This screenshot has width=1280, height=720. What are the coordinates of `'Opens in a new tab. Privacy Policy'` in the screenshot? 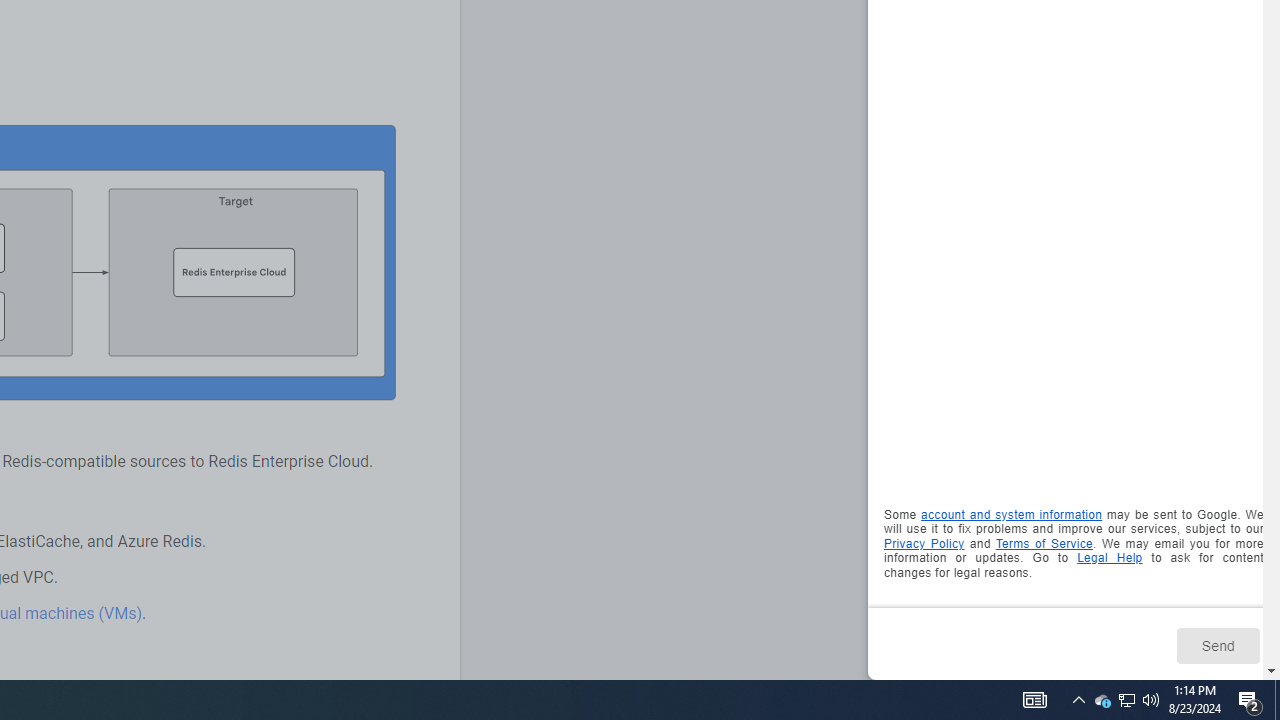 It's located at (923, 543).